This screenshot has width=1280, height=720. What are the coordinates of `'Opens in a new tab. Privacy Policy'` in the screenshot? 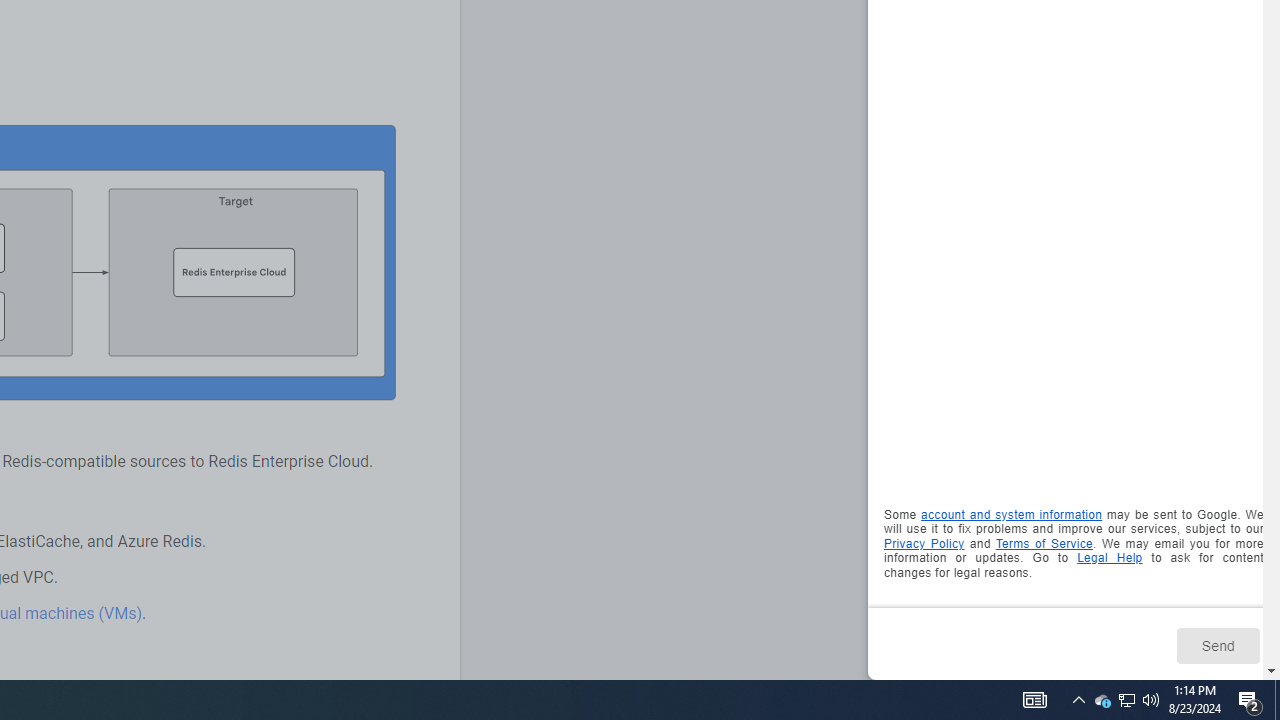 It's located at (923, 543).